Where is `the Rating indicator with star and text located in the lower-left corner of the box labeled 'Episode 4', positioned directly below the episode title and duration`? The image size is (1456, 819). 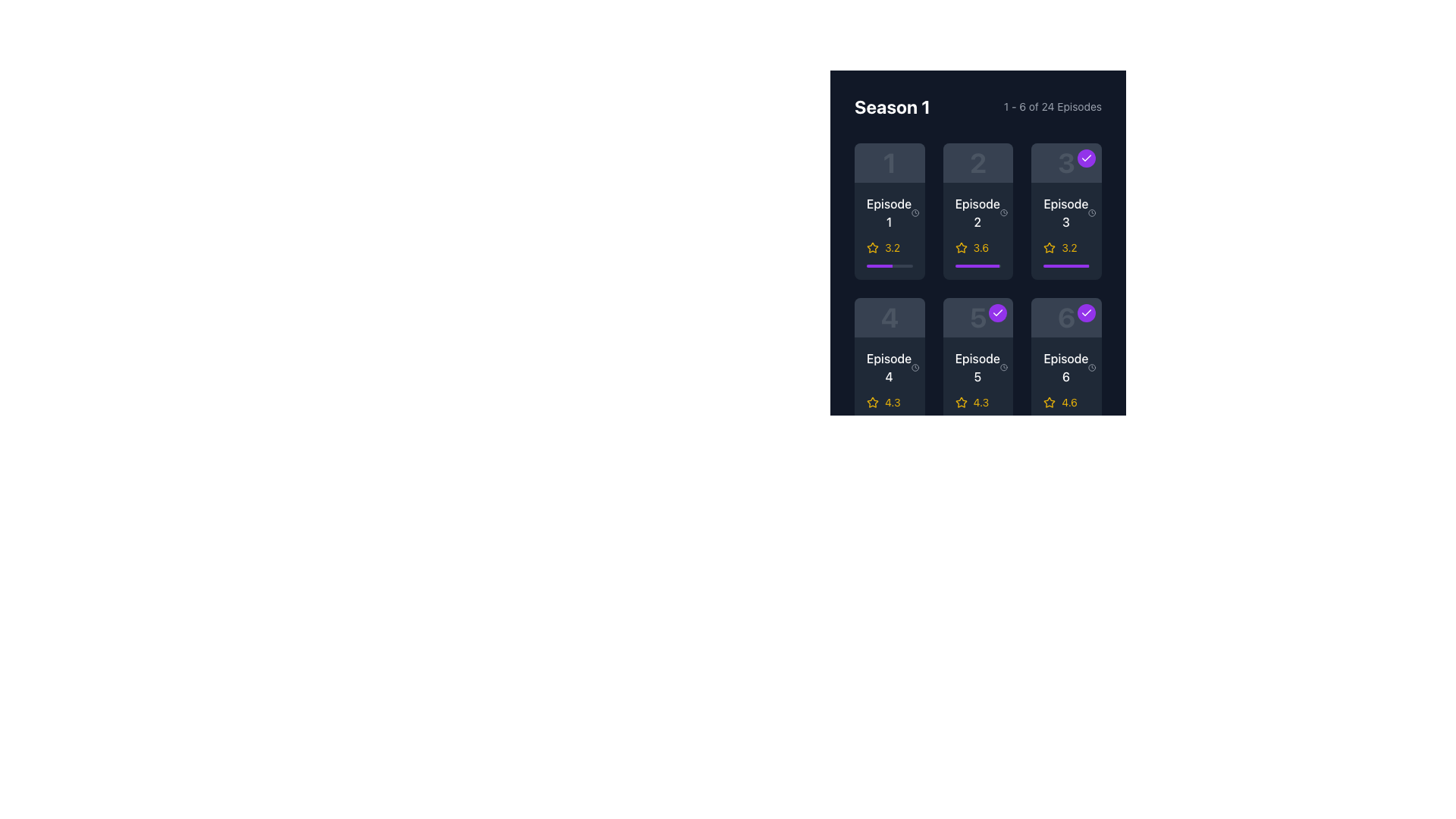 the Rating indicator with star and text located in the lower-left corner of the box labeled 'Episode 4', positioned directly below the episode title and duration is located at coordinates (890, 402).